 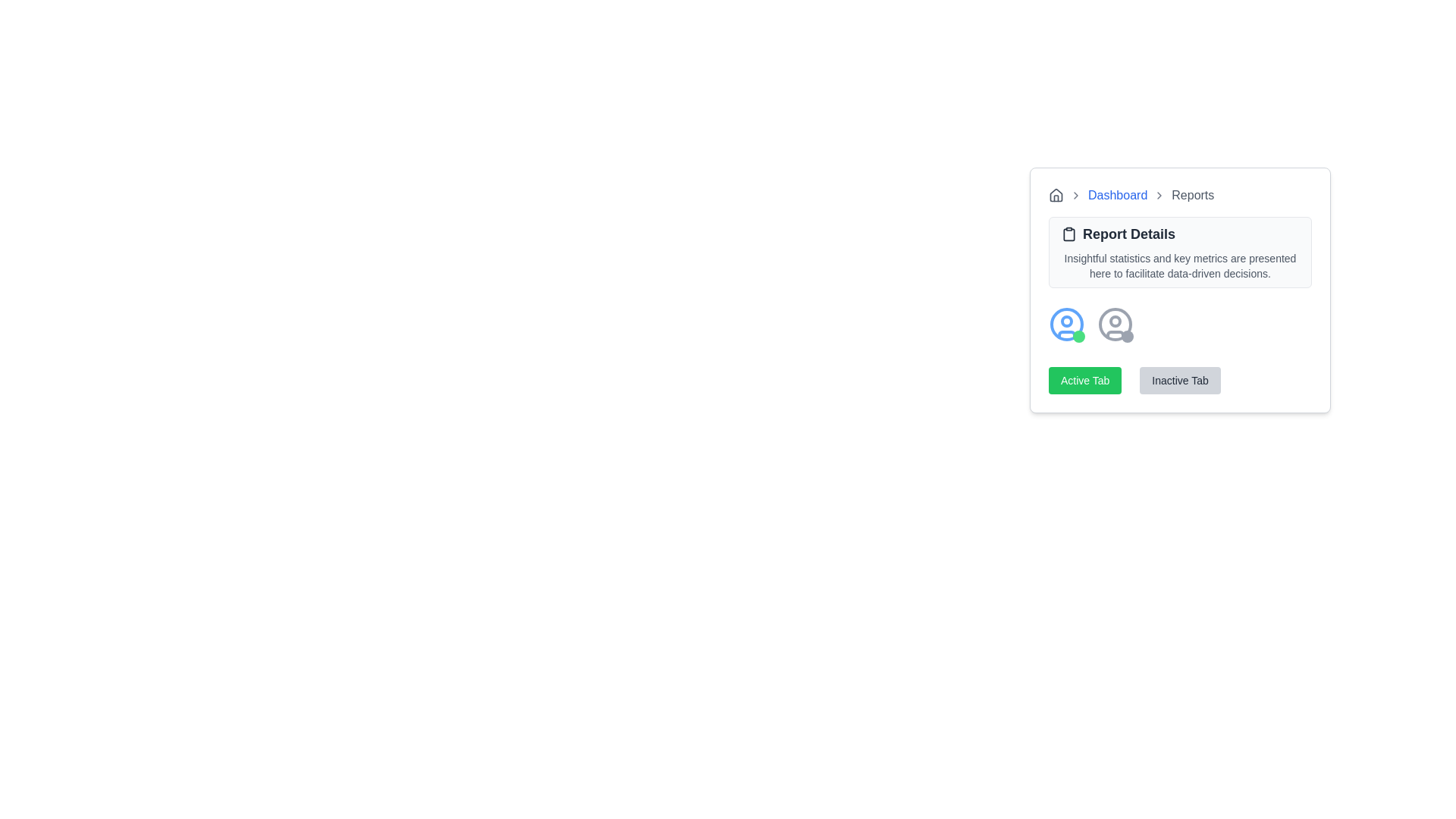 I want to click on the user avatar in the row of avatars with status indicators located below 'Report Details', so click(x=1179, y=324).